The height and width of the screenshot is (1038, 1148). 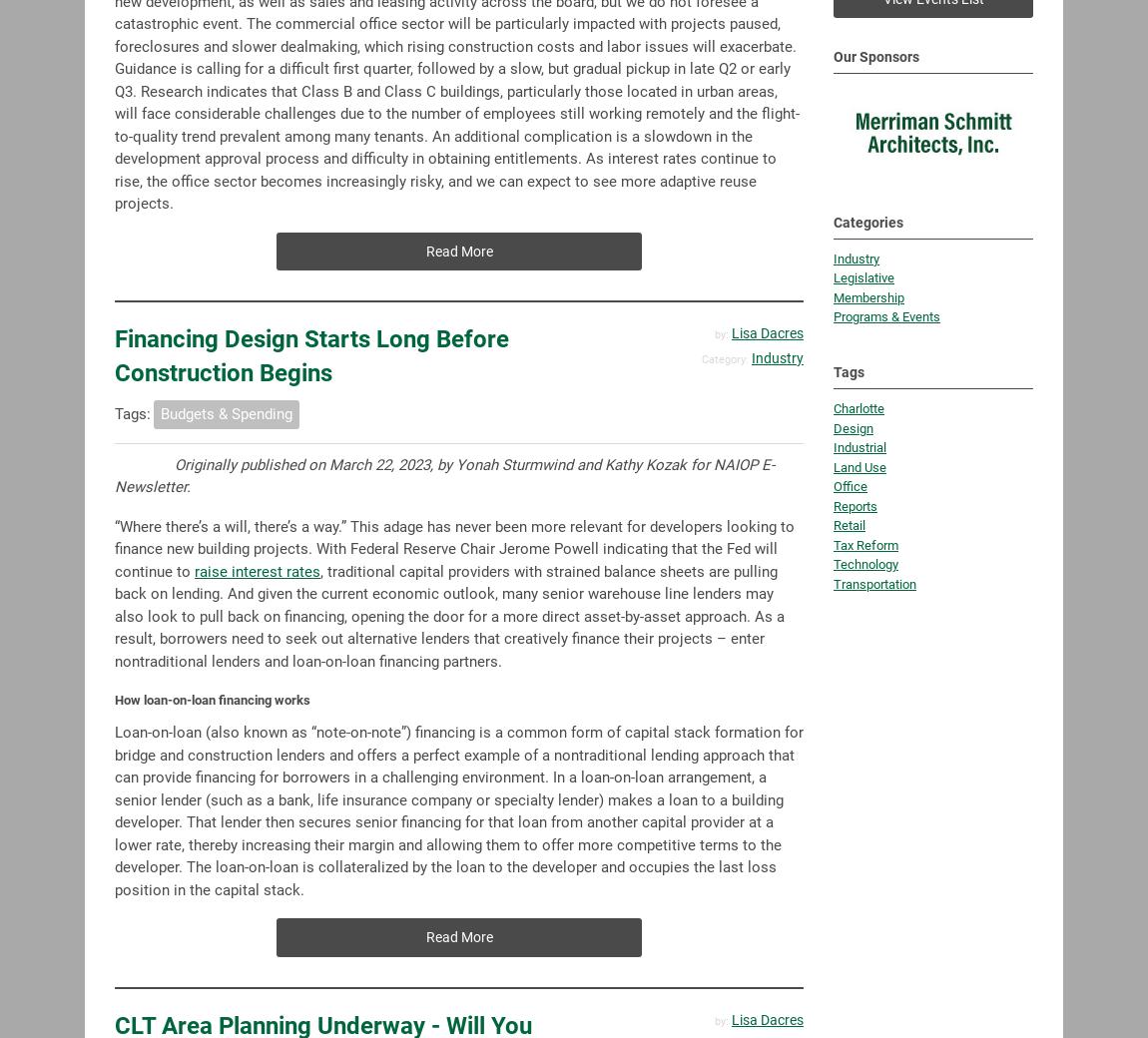 What do you see at coordinates (833, 467) in the screenshot?
I see `'Technology'` at bounding box center [833, 467].